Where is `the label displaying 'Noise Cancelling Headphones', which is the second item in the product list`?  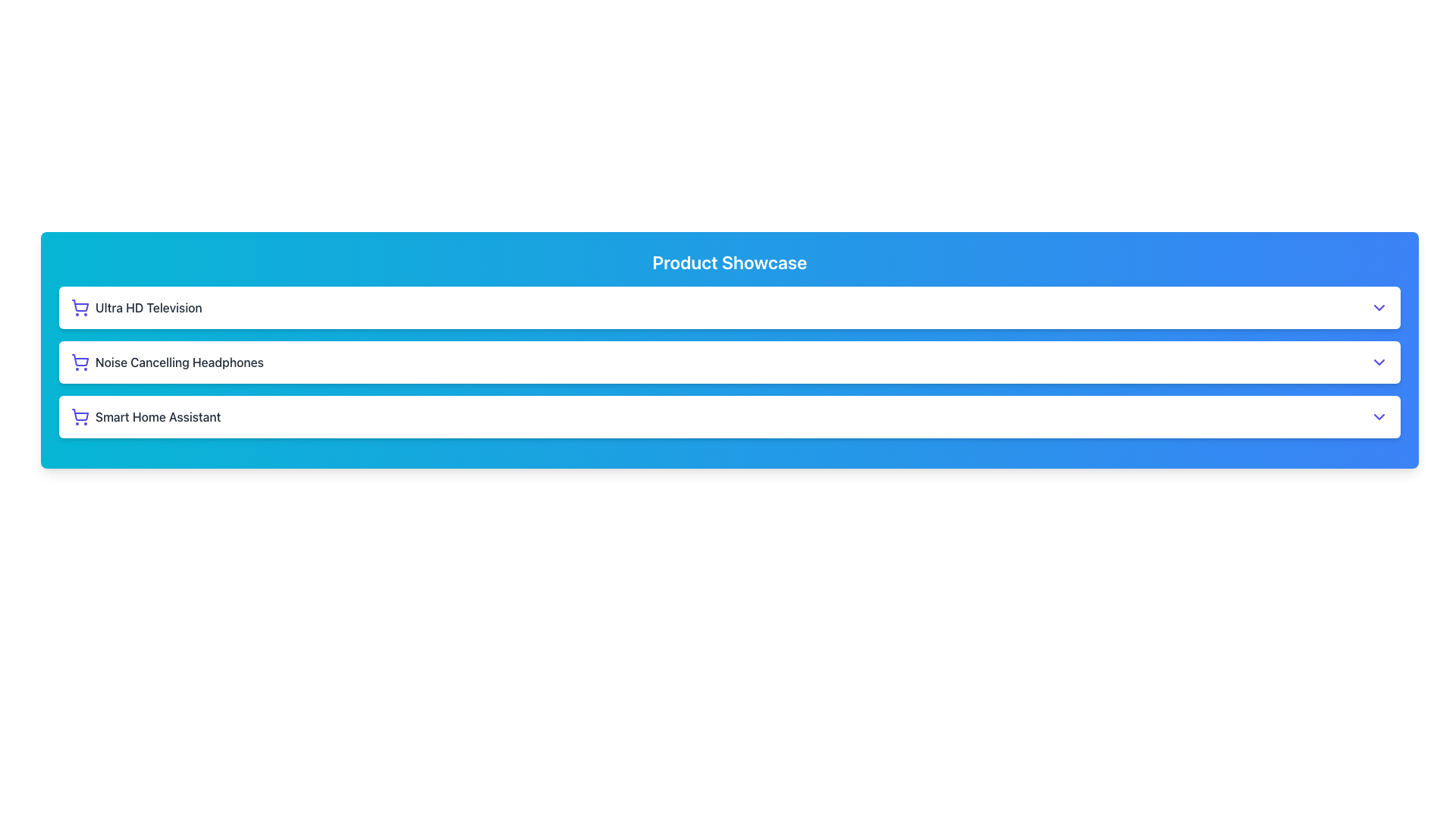
the label displaying 'Noise Cancelling Headphones', which is the second item in the product list is located at coordinates (167, 362).